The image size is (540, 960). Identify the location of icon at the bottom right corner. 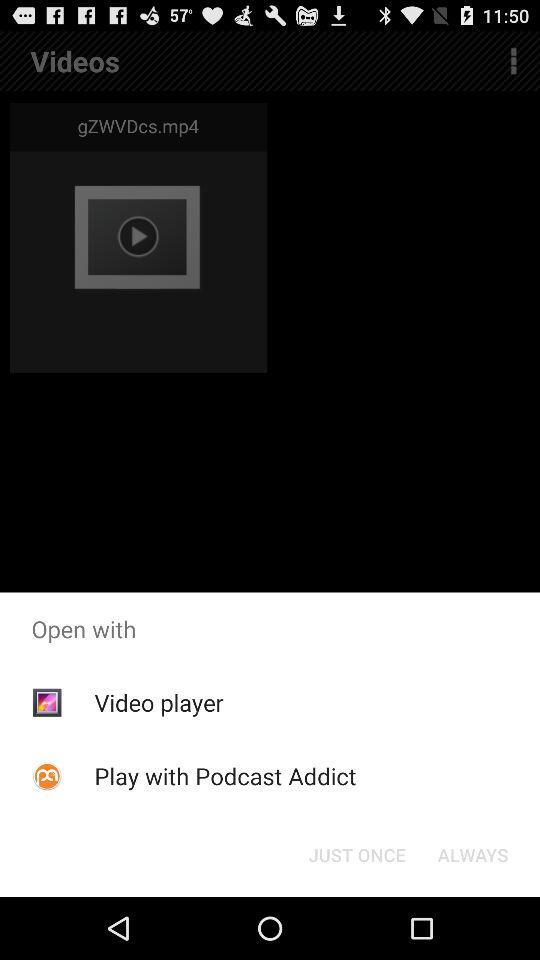
(472, 853).